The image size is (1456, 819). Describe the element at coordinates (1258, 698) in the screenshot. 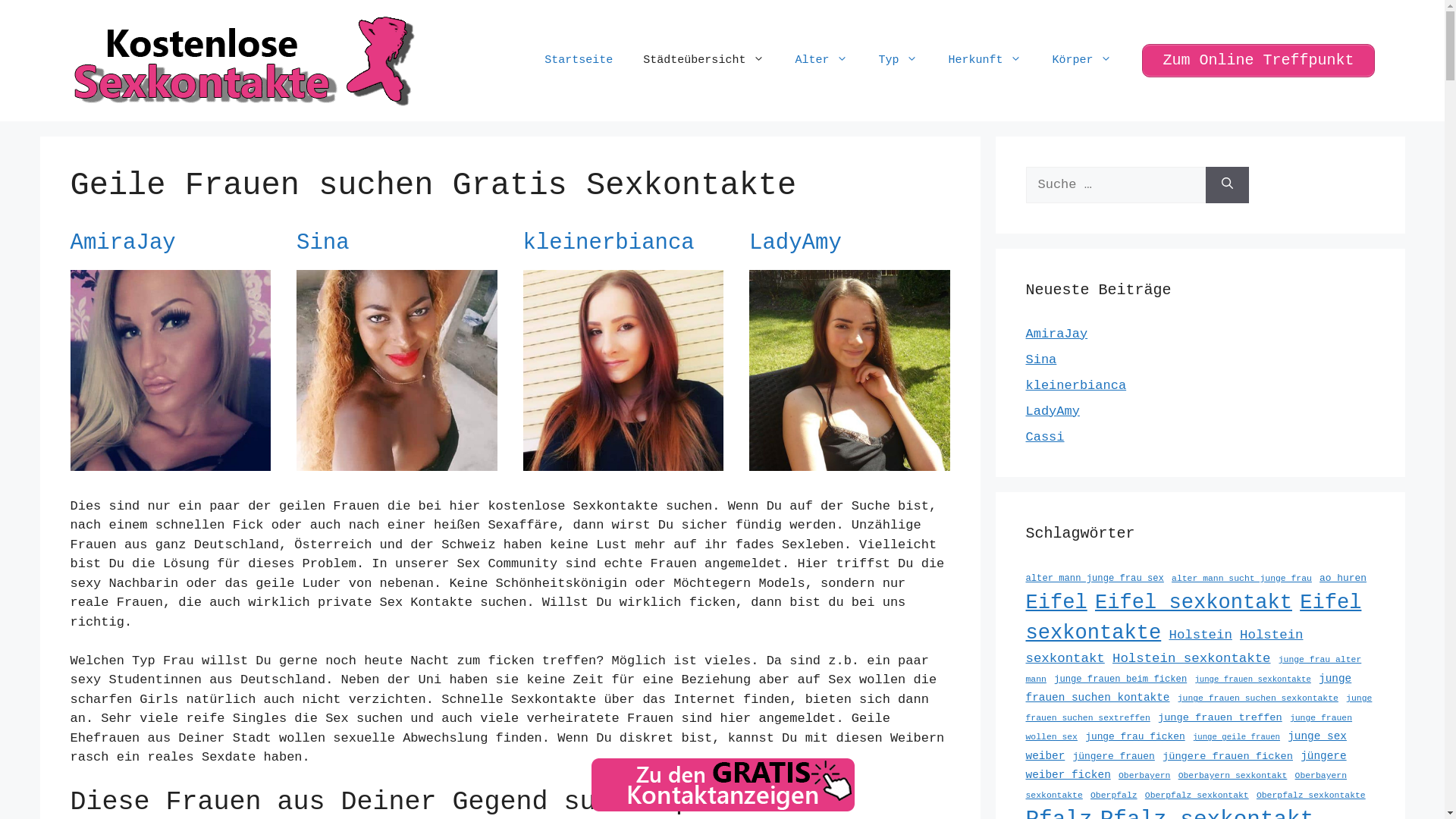

I see `'junge frauen suchen sexkontakte'` at that location.